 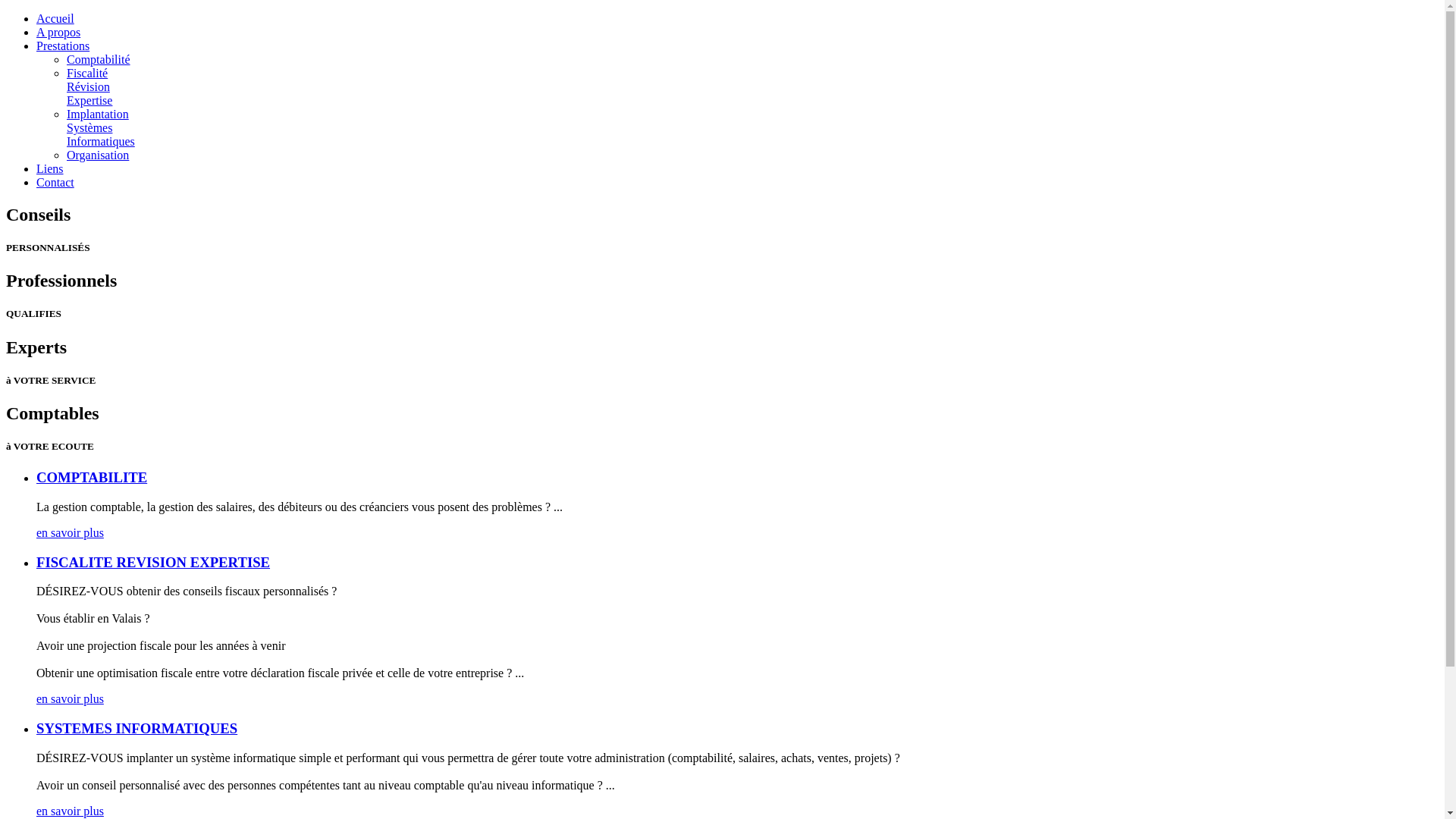 I want to click on 'SYSTEMES INFORMATIQUES', so click(x=36, y=727).